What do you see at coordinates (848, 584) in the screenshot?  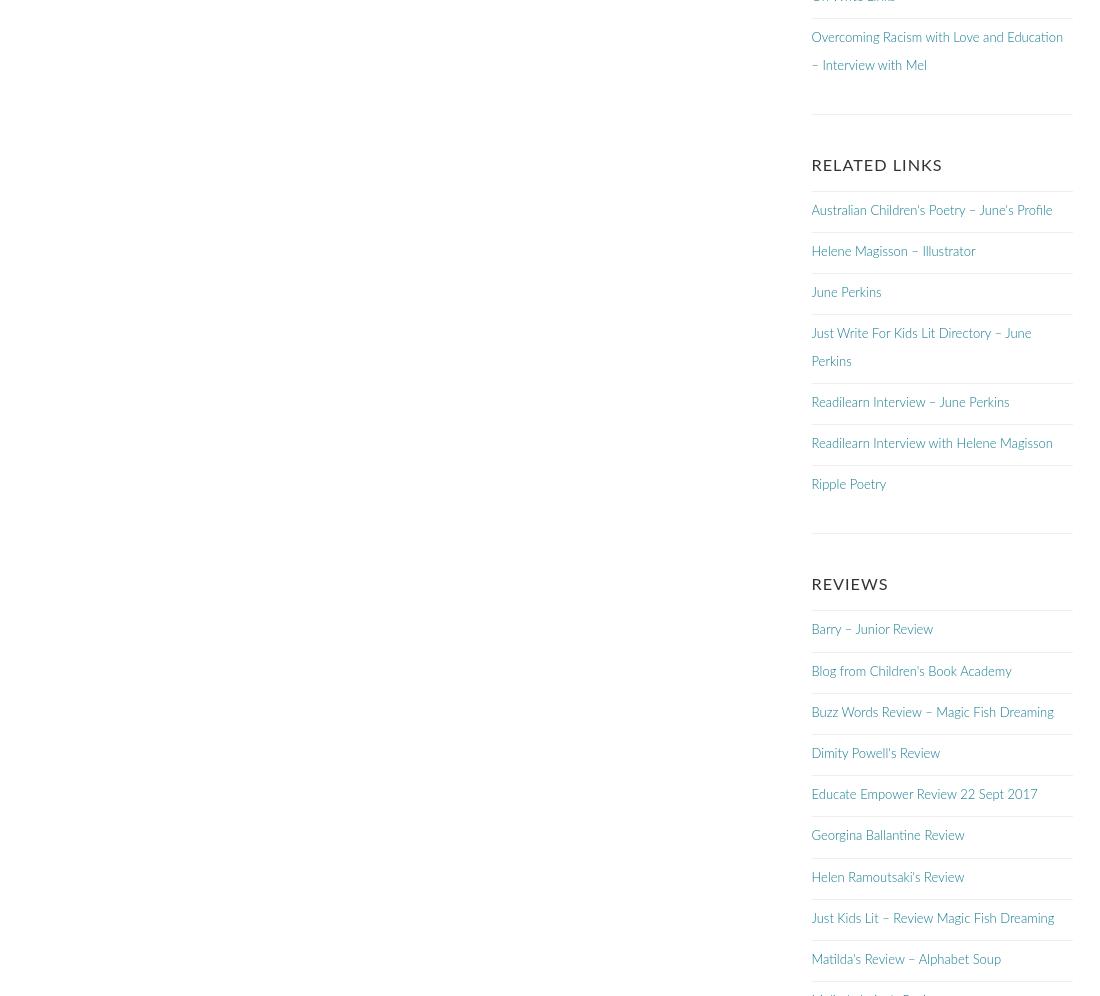 I see `'Reviews'` at bounding box center [848, 584].